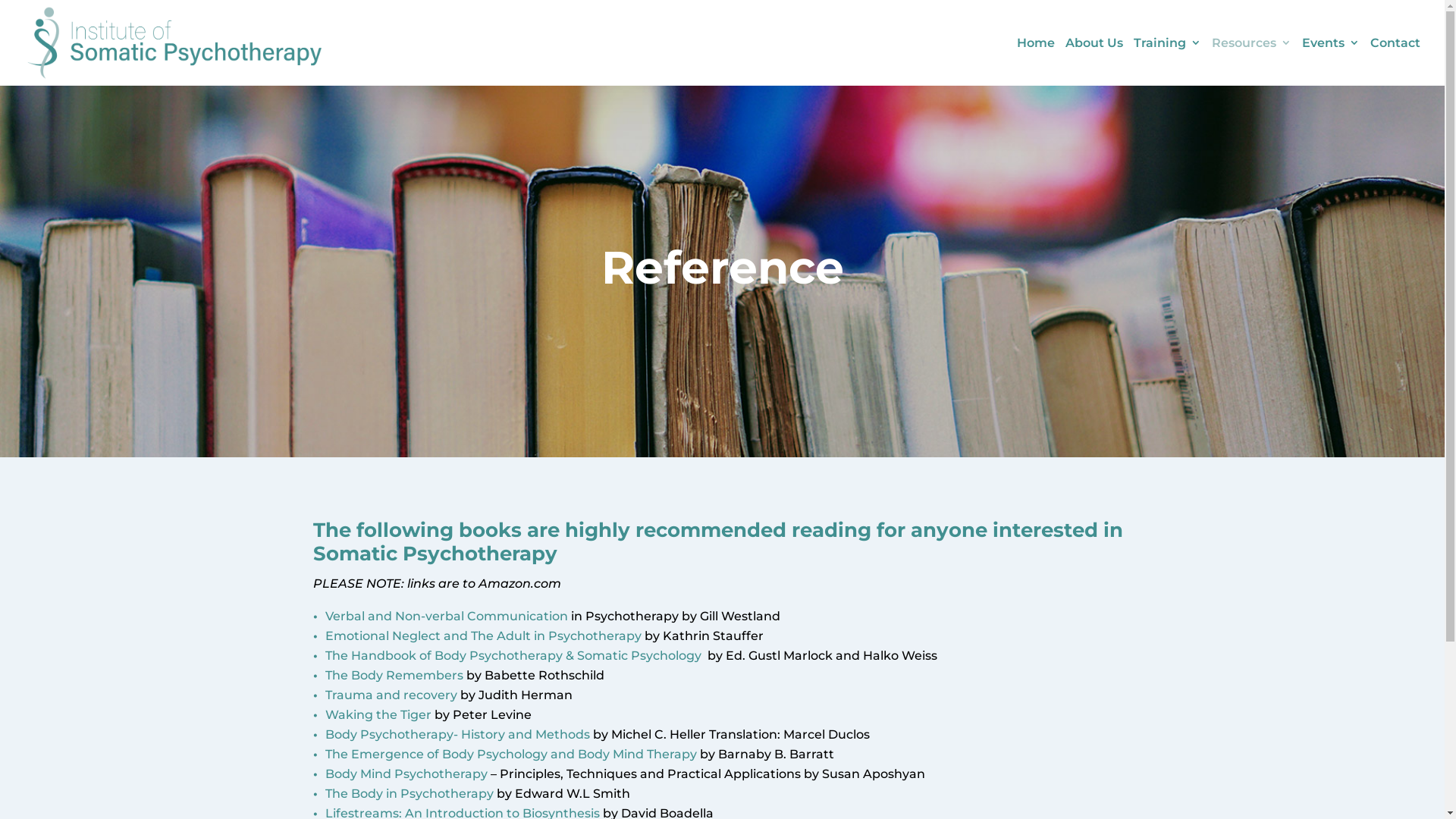 Image resolution: width=1456 pixels, height=819 pixels. Describe the element at coordinates (1133, 61) in the screenshot. I see `'Training'` at that location.